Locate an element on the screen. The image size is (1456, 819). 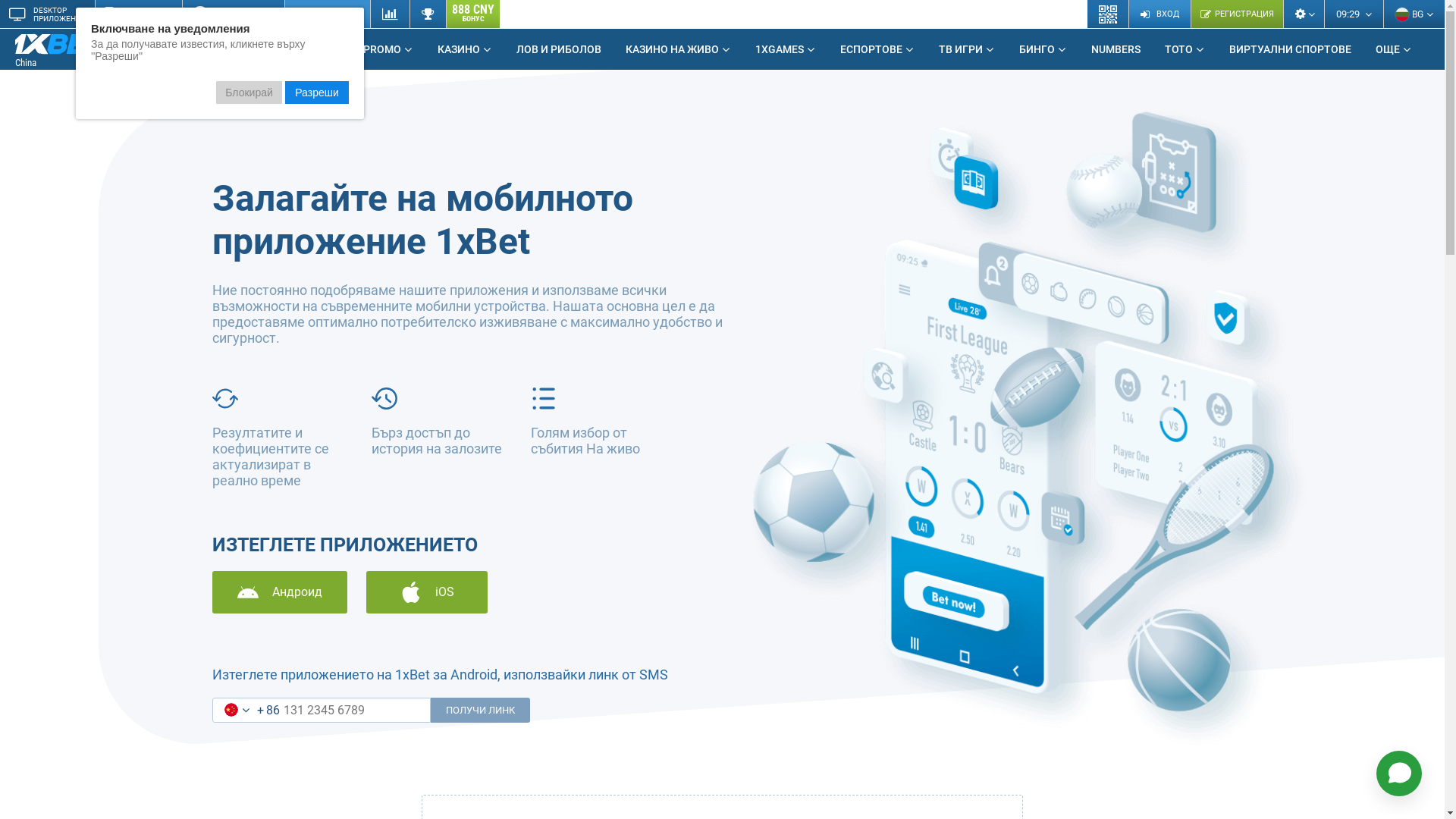
'PROMO' is located at coordinates (350, 49).